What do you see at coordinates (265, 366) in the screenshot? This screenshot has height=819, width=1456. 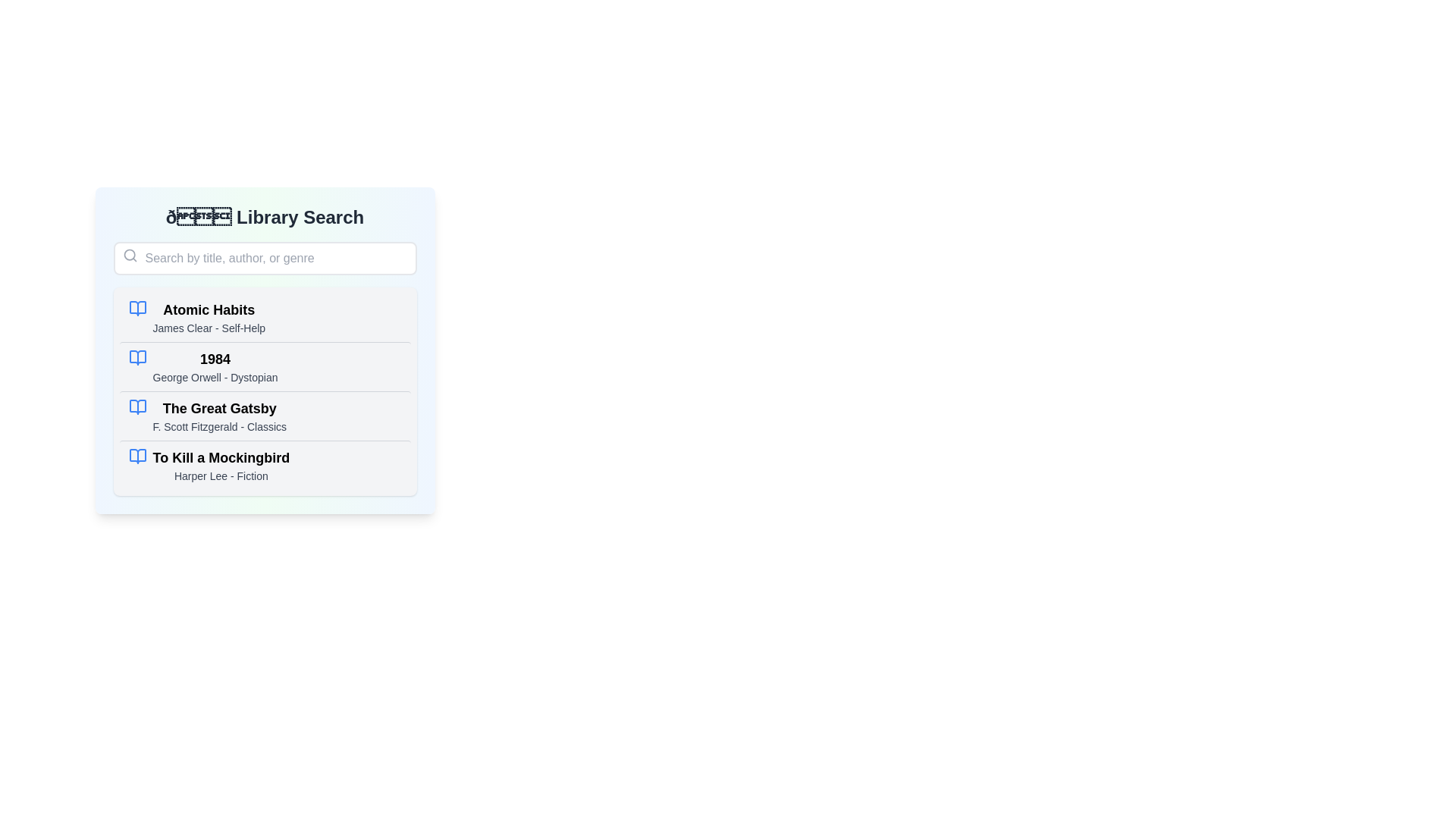 I see `the book listing for '1984', the second entry in the list` at bounding box center [265, 366].